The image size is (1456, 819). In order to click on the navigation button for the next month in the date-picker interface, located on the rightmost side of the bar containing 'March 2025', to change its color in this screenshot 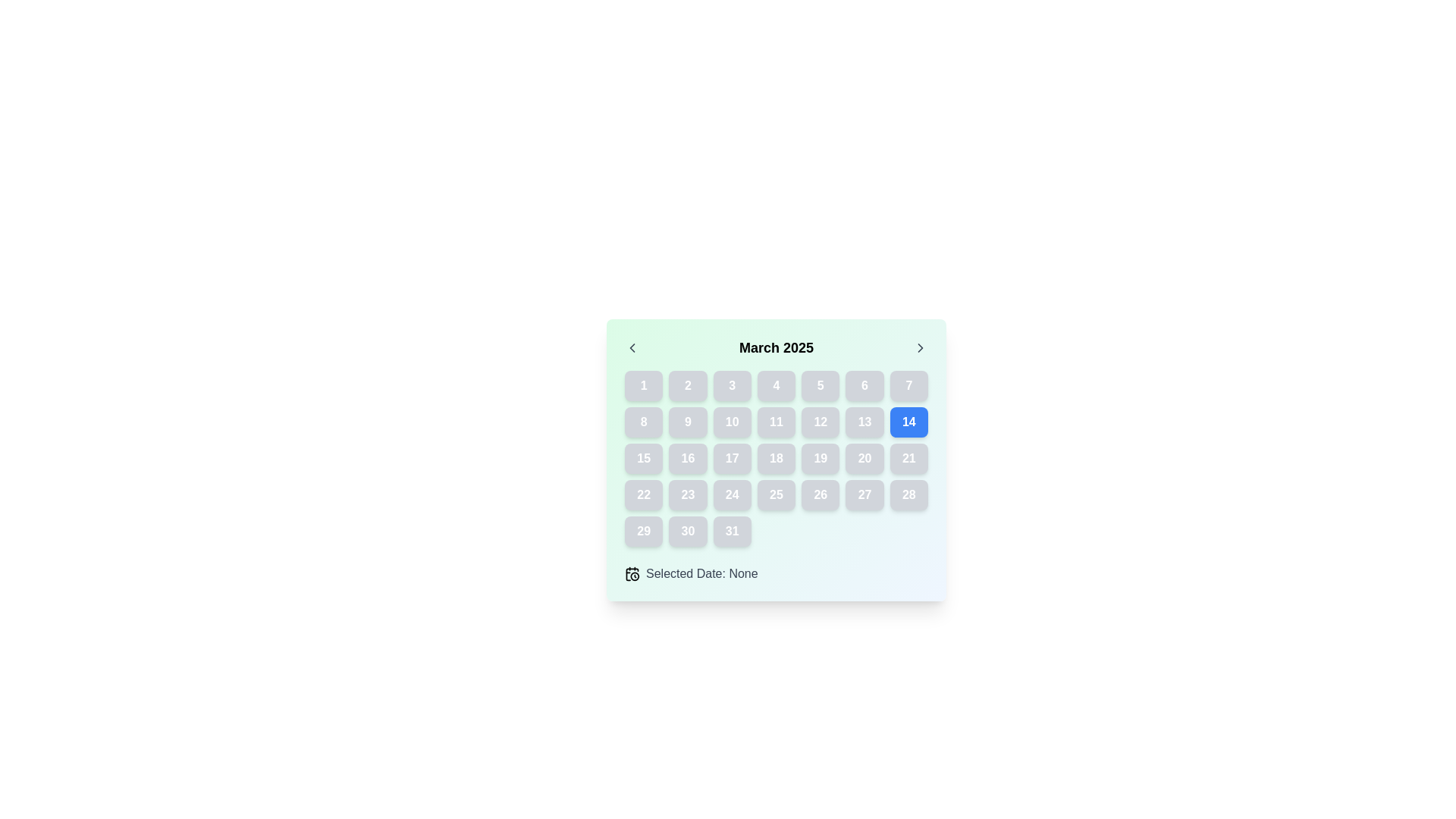, I will do `click(920, 348)`.